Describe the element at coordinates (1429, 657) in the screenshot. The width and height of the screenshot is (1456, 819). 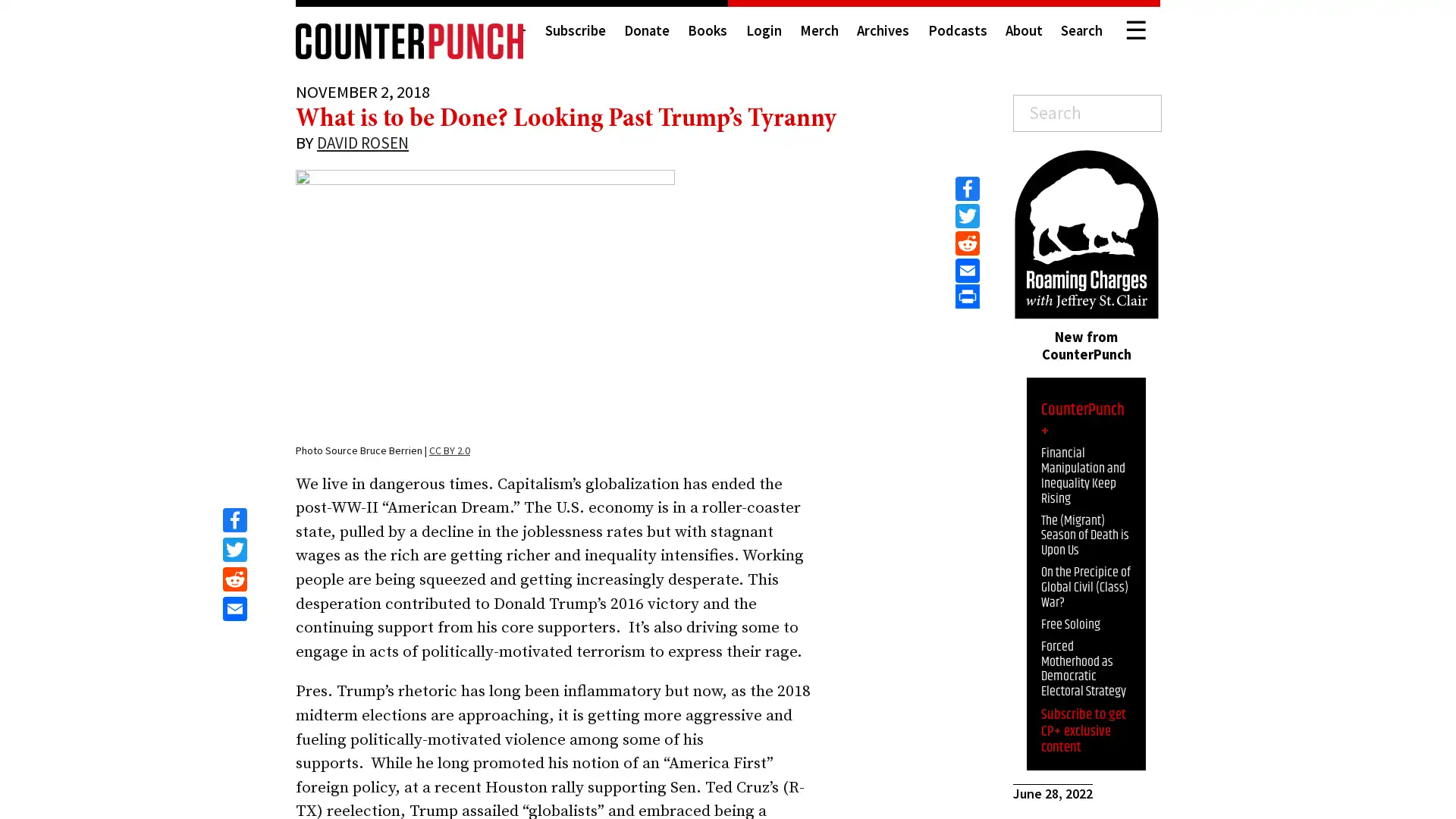
I see `Close` at that location.